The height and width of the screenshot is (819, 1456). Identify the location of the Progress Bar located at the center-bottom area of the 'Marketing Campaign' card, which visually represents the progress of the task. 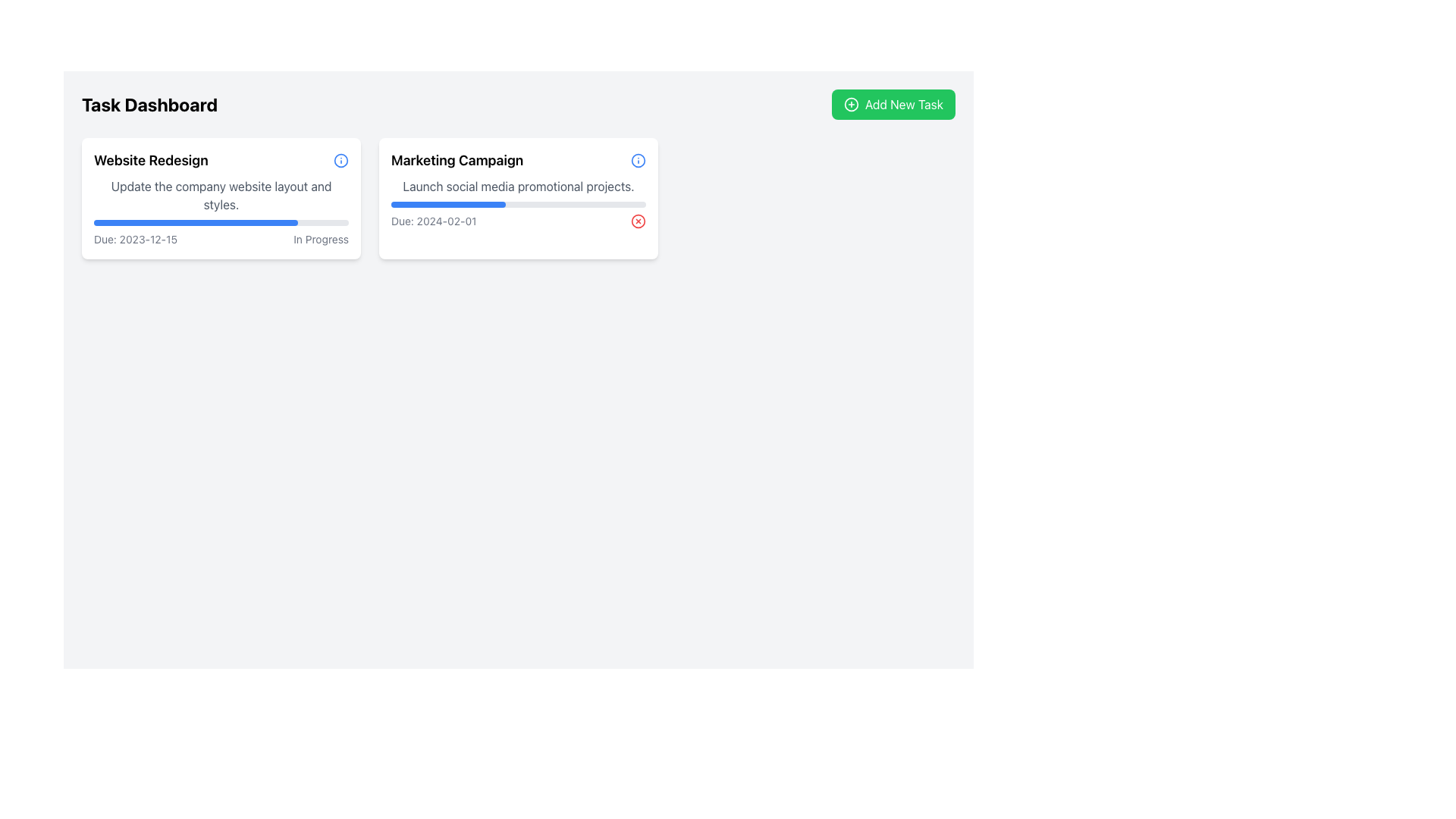
(519, 205).